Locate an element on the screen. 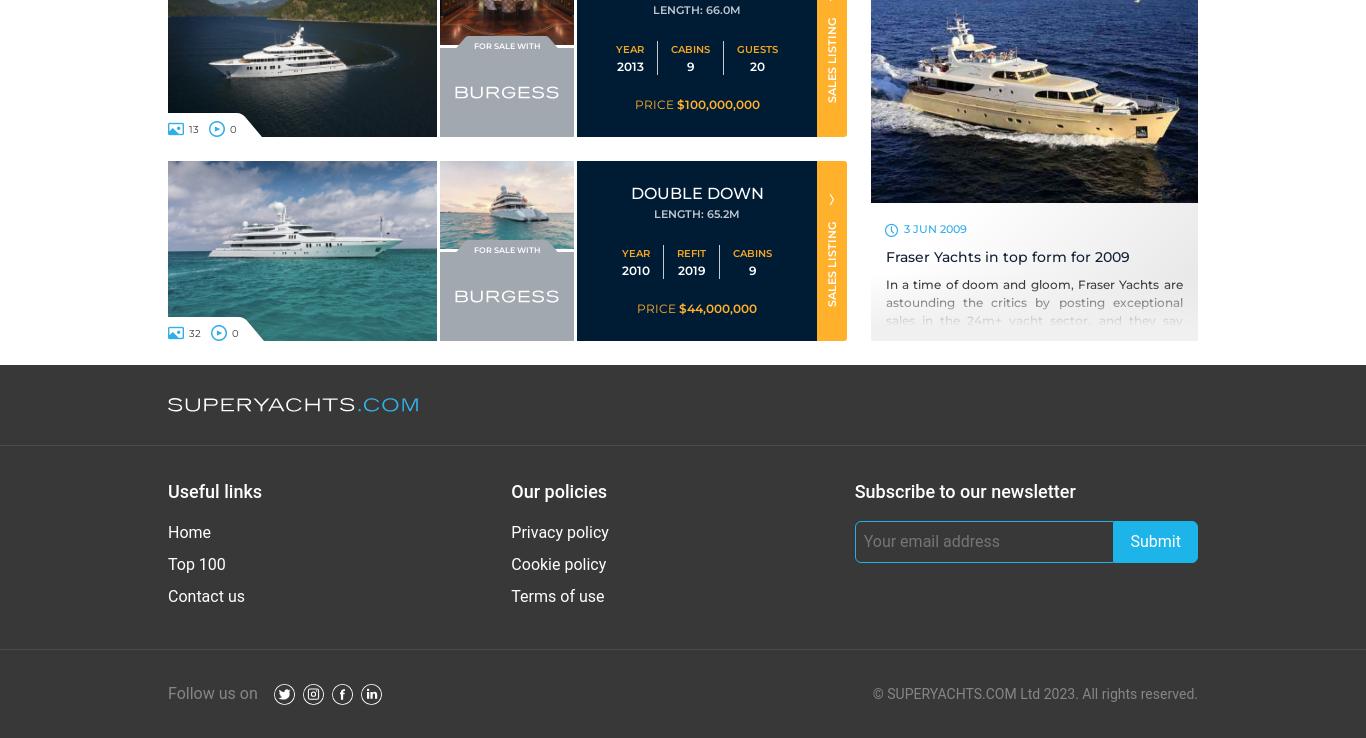 The image size is (1366, 738). '3 Jun 2009' is located at coordinates (934, 226).